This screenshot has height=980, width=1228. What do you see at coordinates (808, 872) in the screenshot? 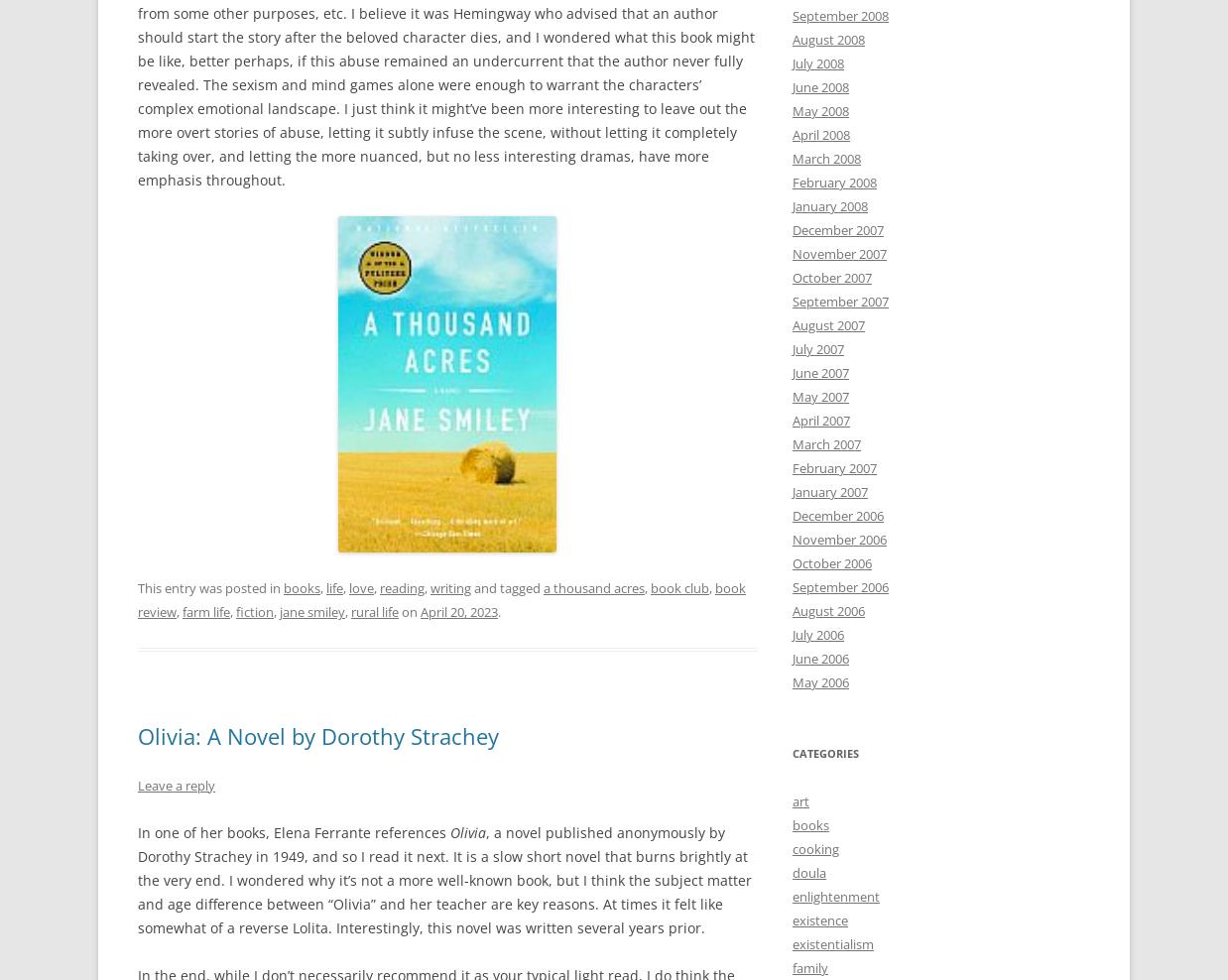
I see `'doula'` at bounding box center [808, 872].